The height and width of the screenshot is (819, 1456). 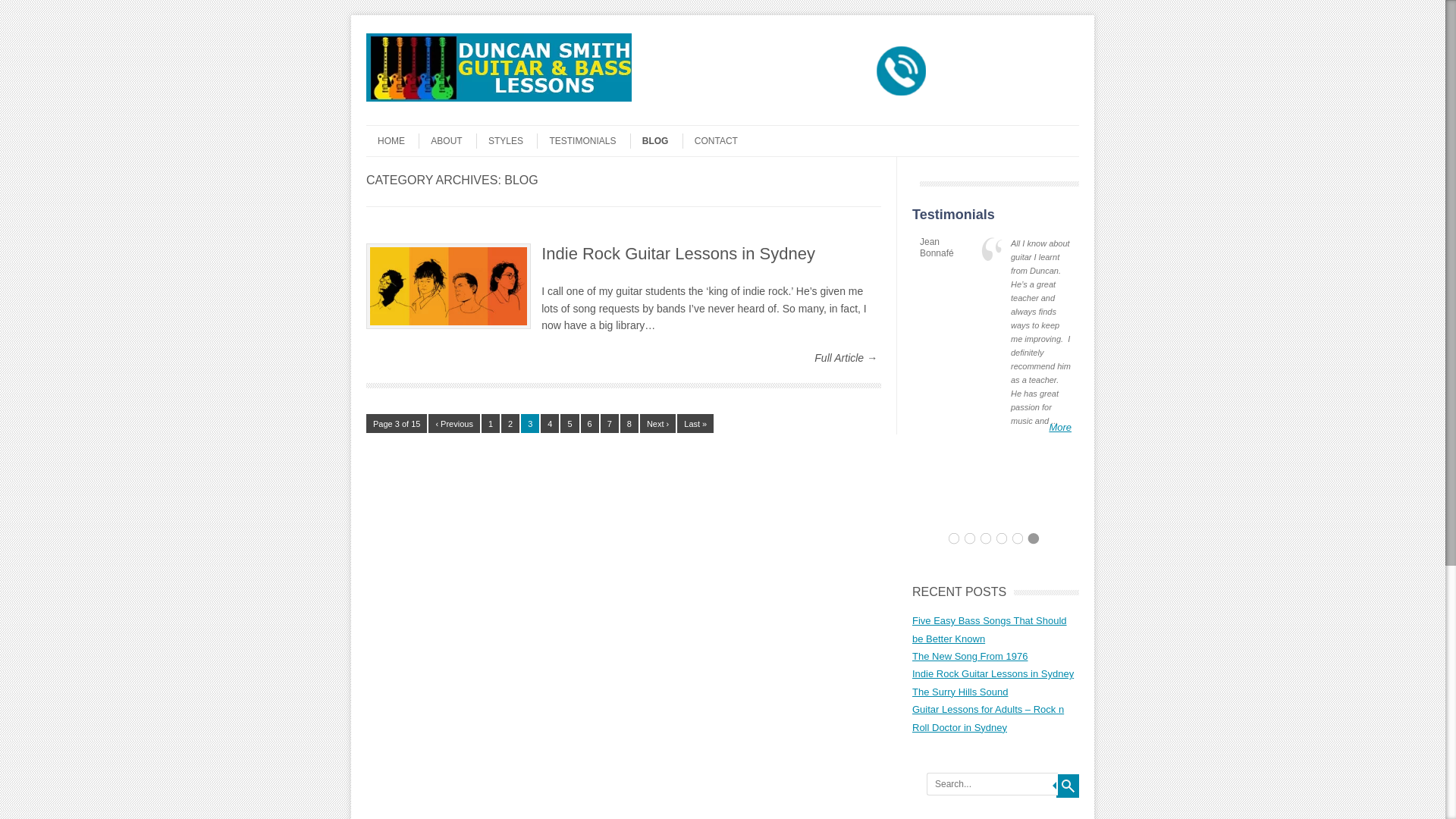 I want to click on 'Search', so click(x=1066, y=785).